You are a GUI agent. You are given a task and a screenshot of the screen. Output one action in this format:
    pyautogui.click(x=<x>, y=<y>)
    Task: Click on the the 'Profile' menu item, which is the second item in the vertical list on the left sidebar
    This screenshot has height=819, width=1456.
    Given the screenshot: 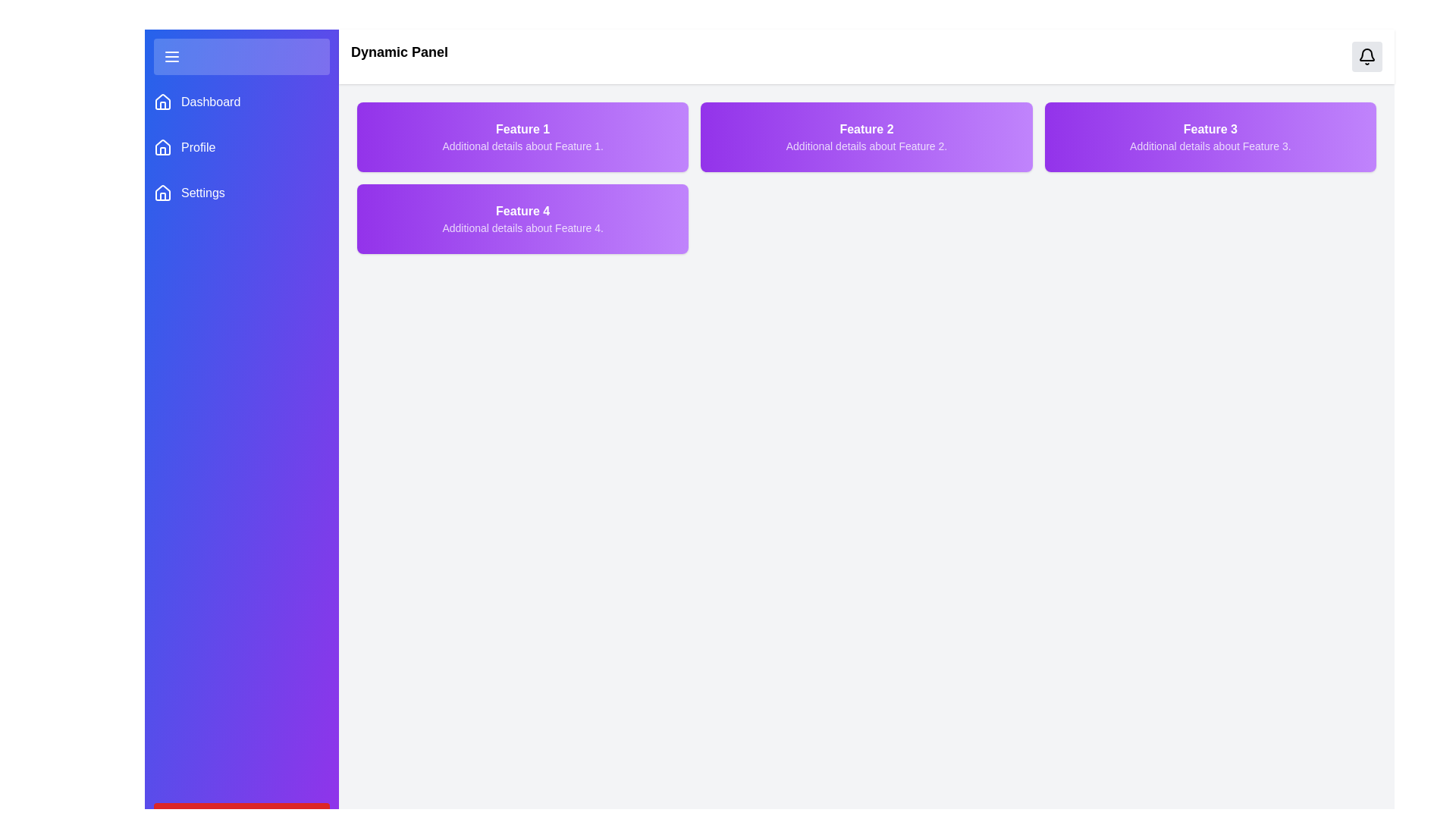 What is the action you would take?
    pyautogui.click(x=240, y=148)
    